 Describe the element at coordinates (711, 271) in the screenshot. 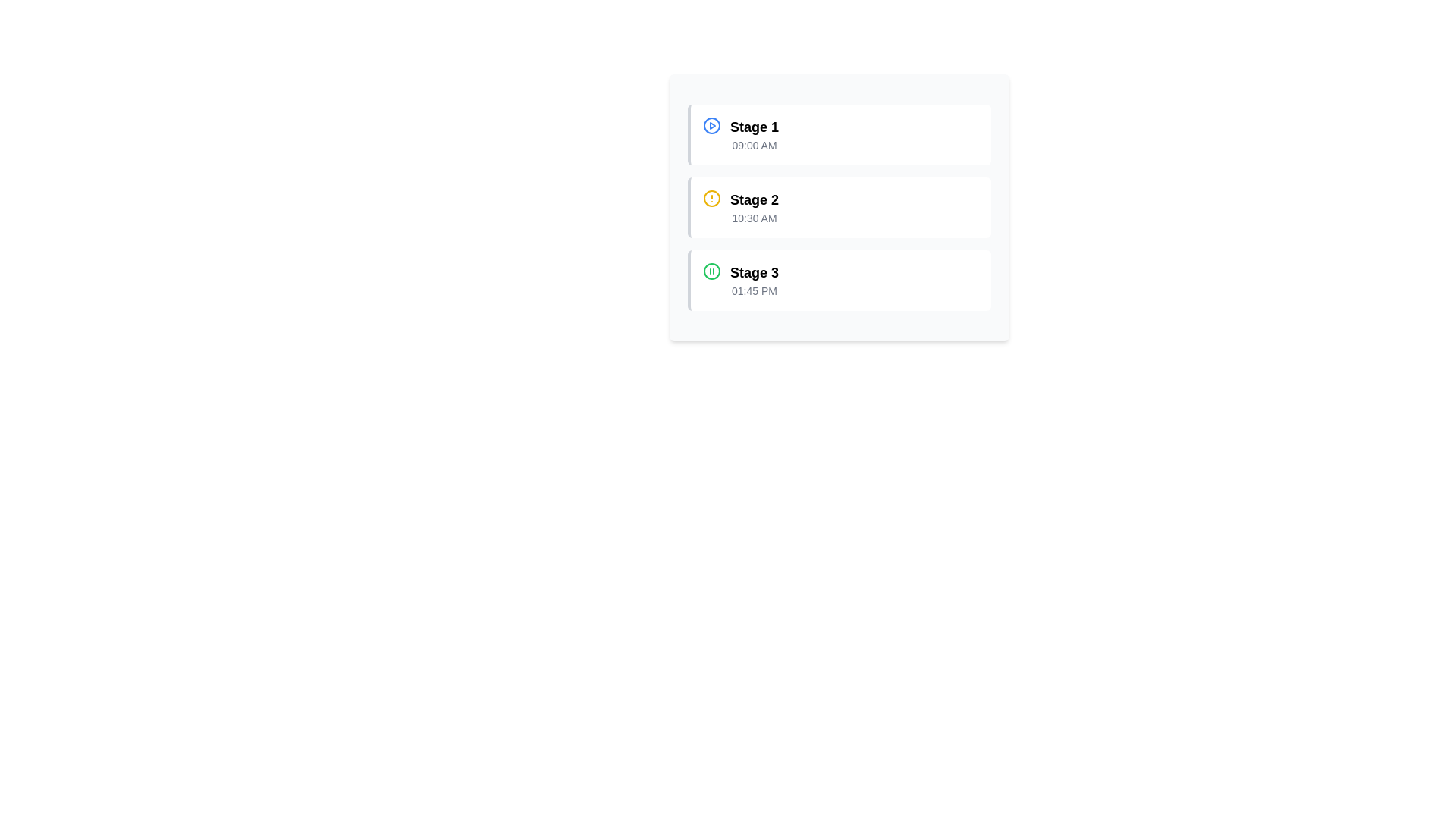

I see `the pause icon located at the top-left corner of the block labeled 'Stage 3', adjacent to the text 'Stage 3' and '01:45 PM'` at that location.